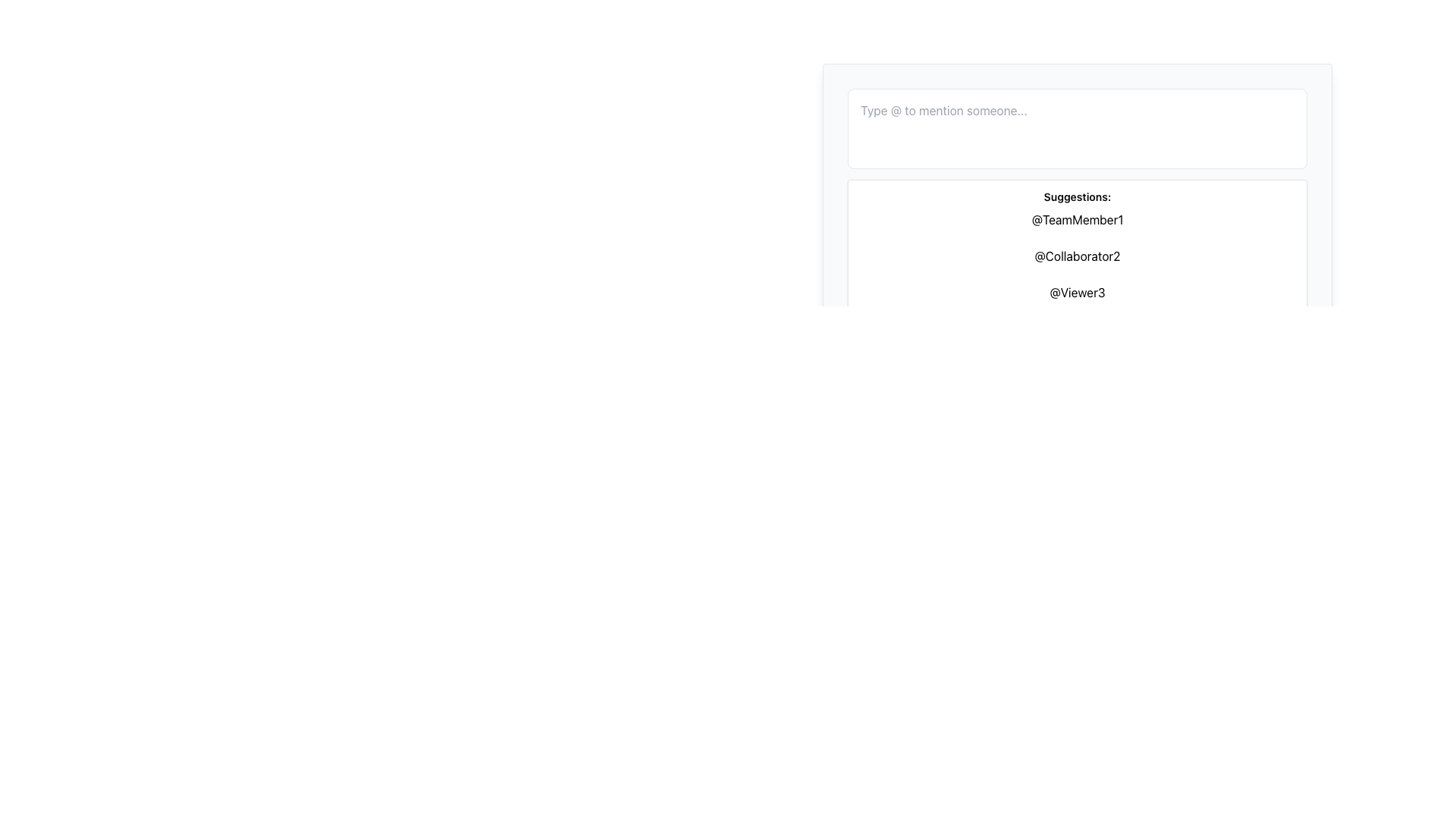 Image resolution: width=1456 pixels, height=819 pixels. Describe the element at coordinates (1076, 292) in the screenshot. I see `the selectable list item representing the user mention option '@Viewer3'` at that location.